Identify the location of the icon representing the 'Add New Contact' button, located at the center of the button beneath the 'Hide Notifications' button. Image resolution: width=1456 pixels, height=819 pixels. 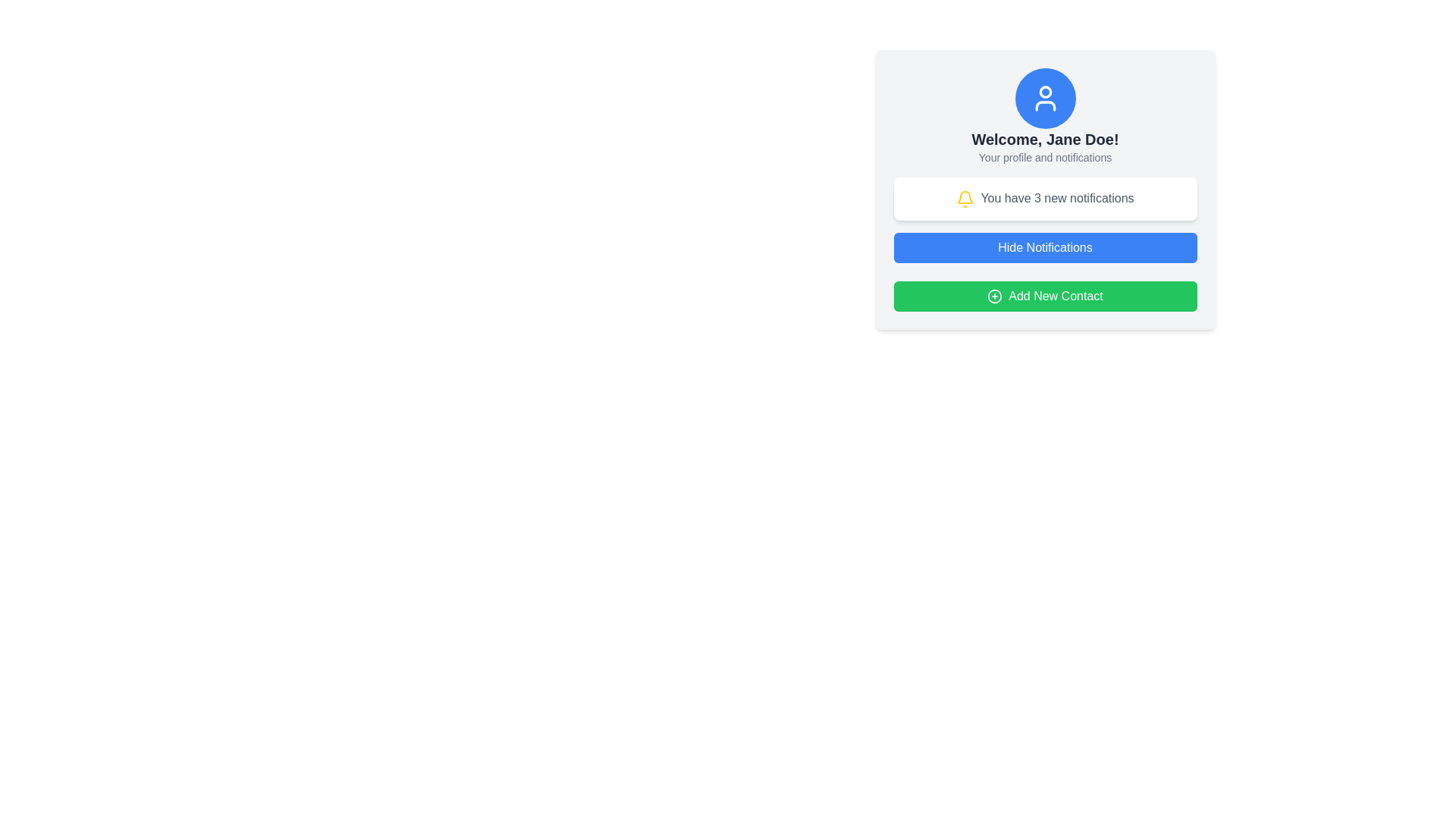
(995, 296).